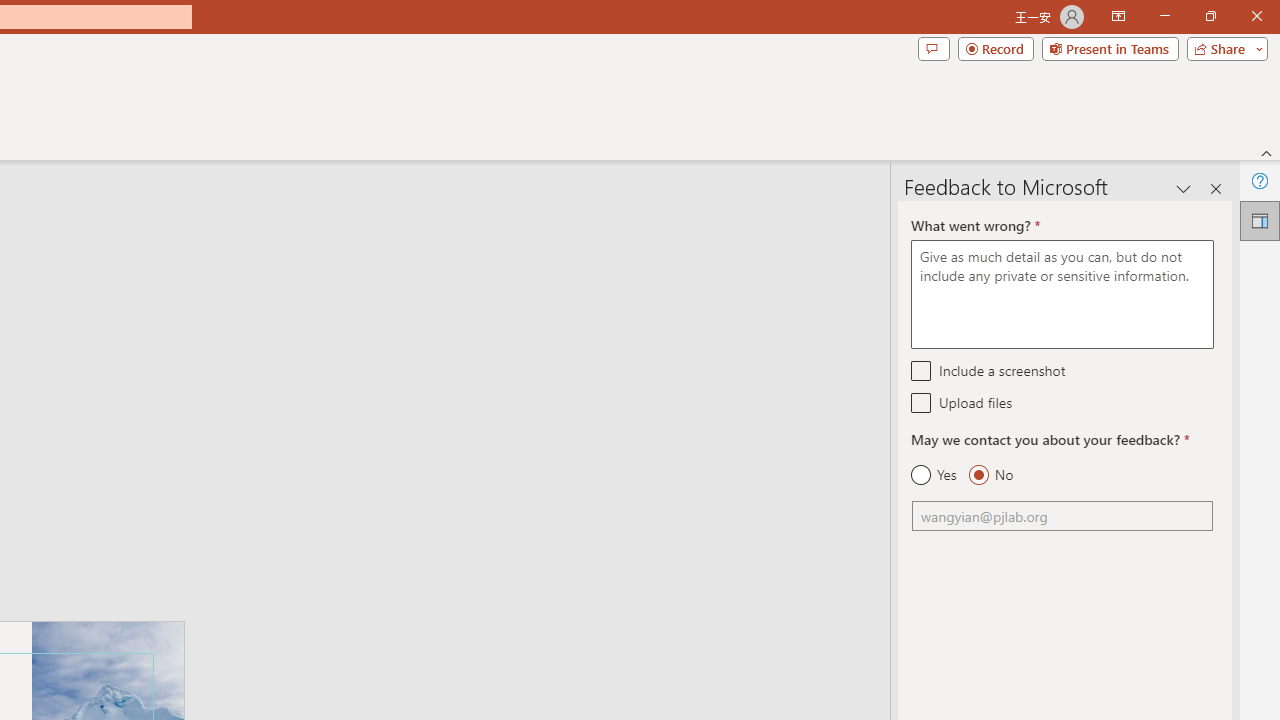 The width and height of the screenshot is (1280, 720). Describe the element at coordinates (1184, 189) in the screenshot. I see `'Task Pane Options'` at that location.